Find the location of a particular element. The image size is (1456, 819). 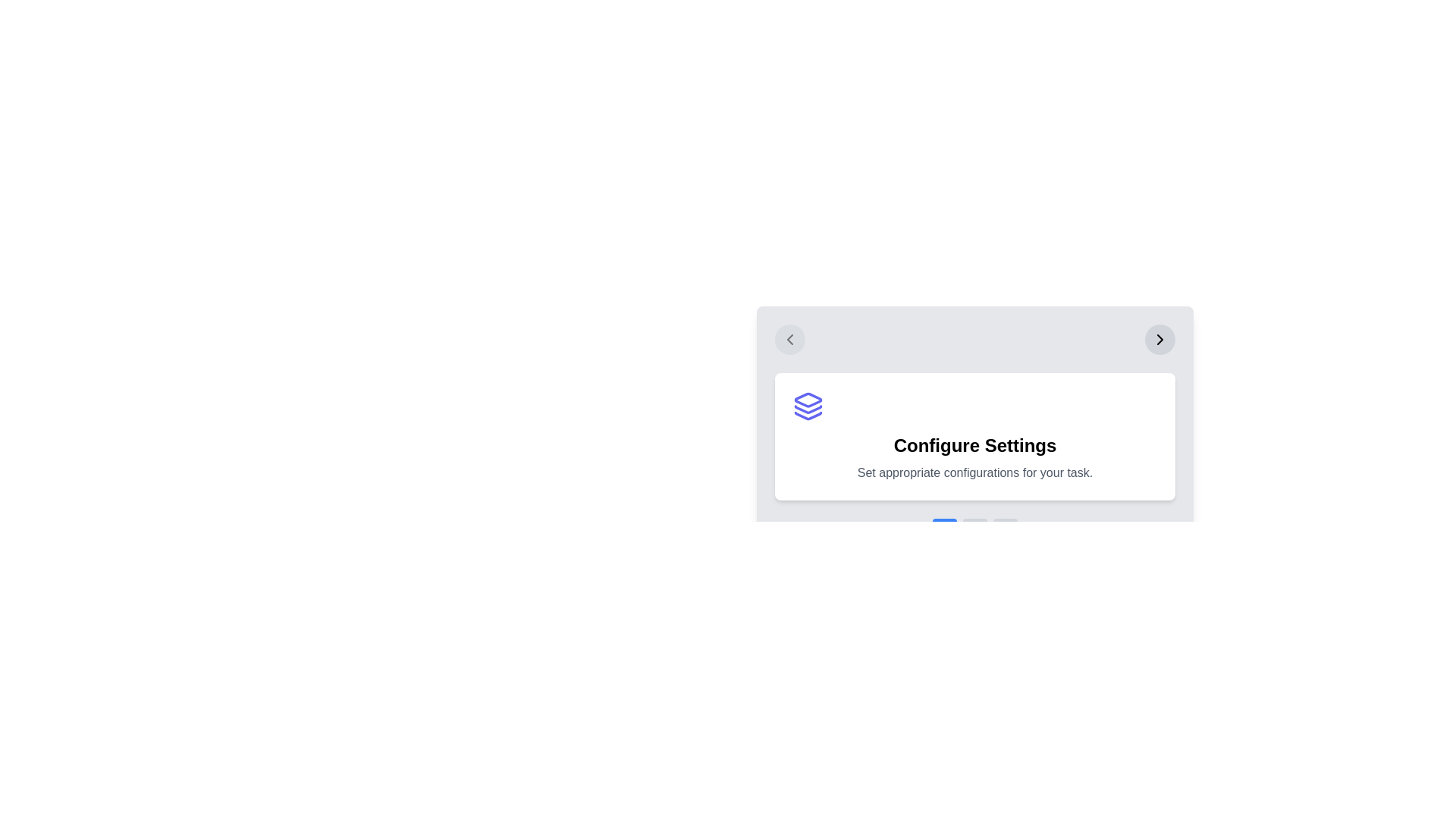

right arrow button to navigate to the next step is located at coordinates (1159, 338).